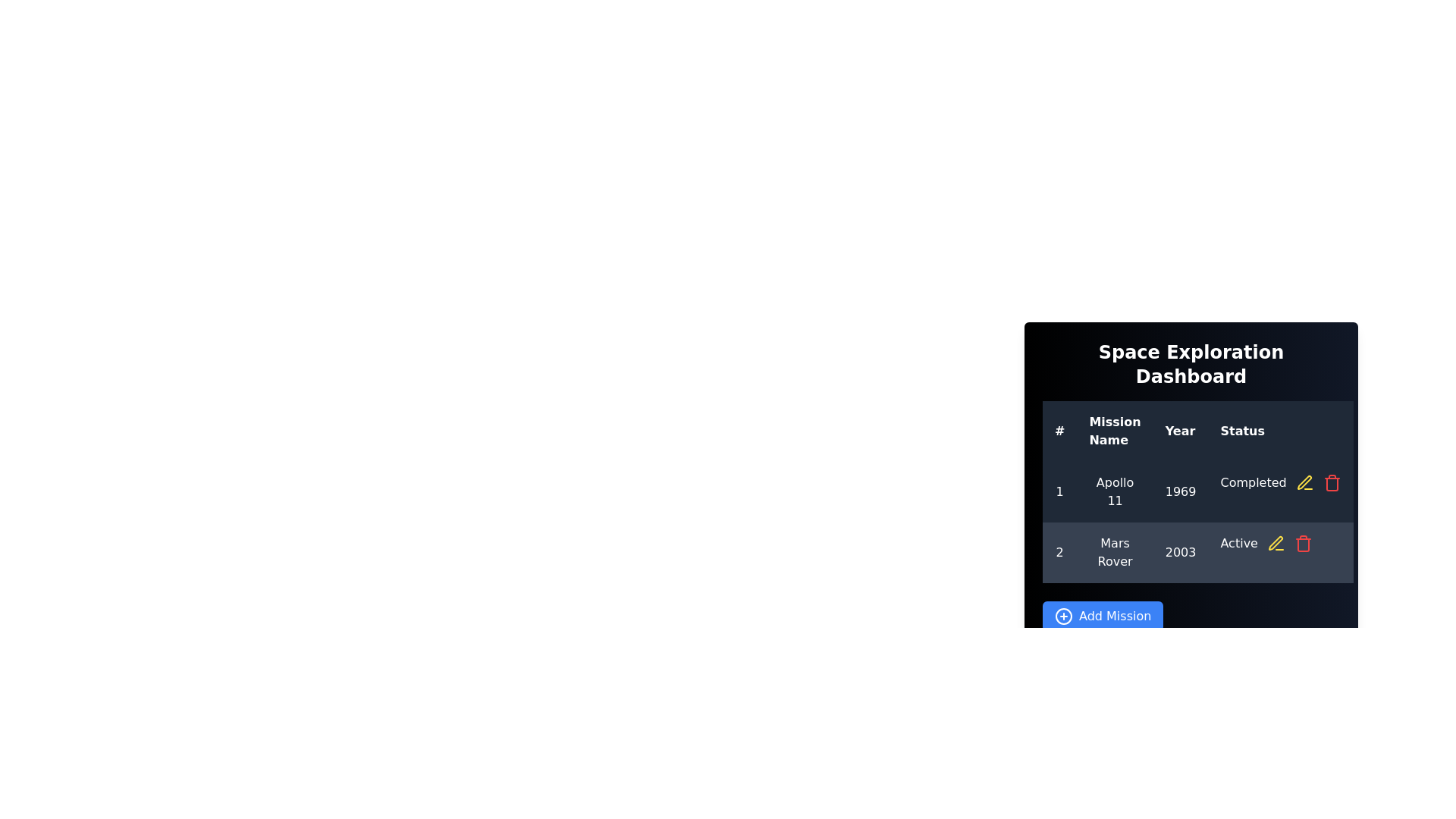  Describe the element at coordinates (1275, 543) in the screenshot. I see `the edit icon button located in the 'Status' column of the second row in the 'Space Exploration Dashboard' table to trigger a color change effect` at that location.